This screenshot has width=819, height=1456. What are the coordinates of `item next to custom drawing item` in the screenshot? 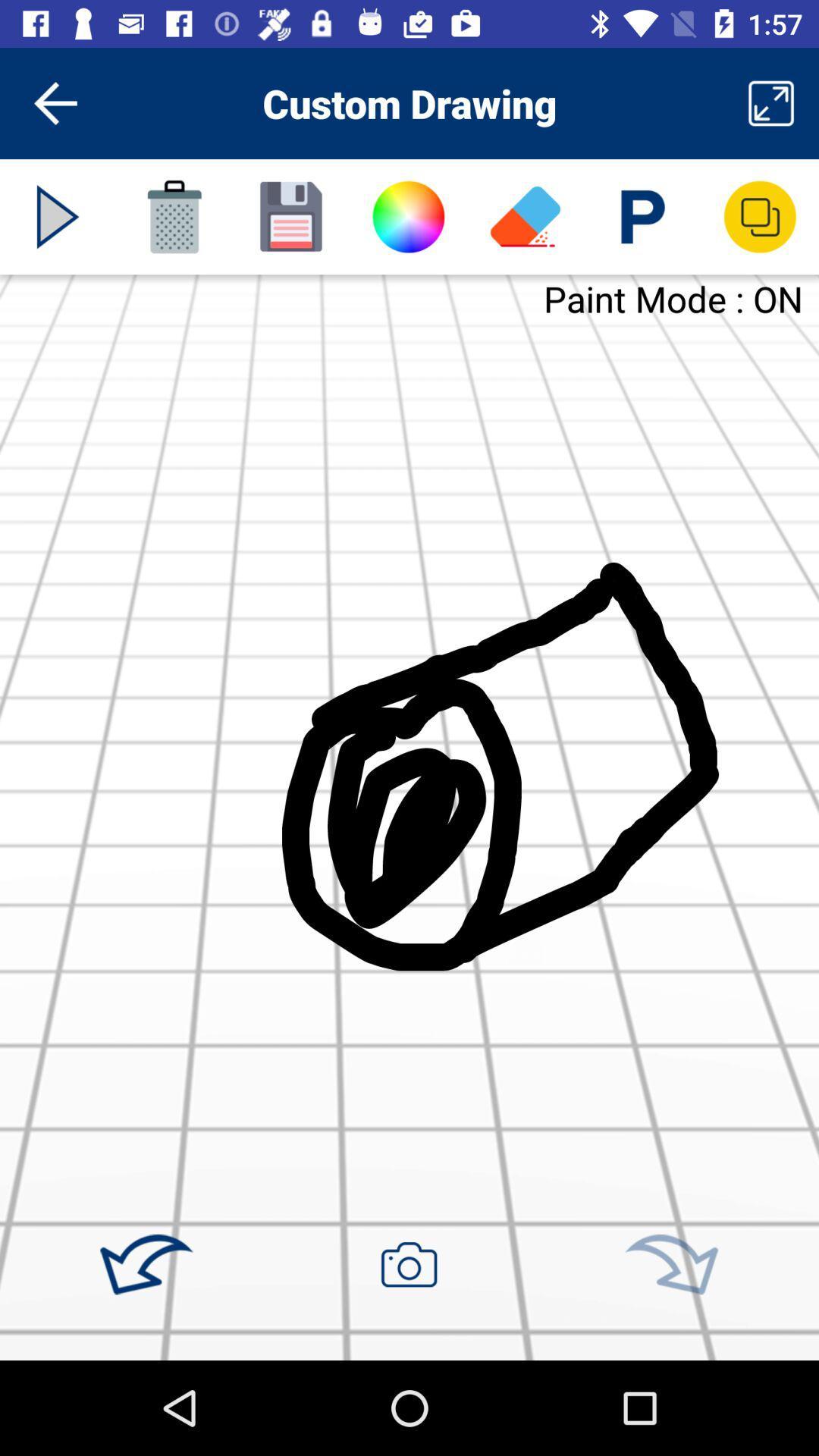 It's located at (771, 102).